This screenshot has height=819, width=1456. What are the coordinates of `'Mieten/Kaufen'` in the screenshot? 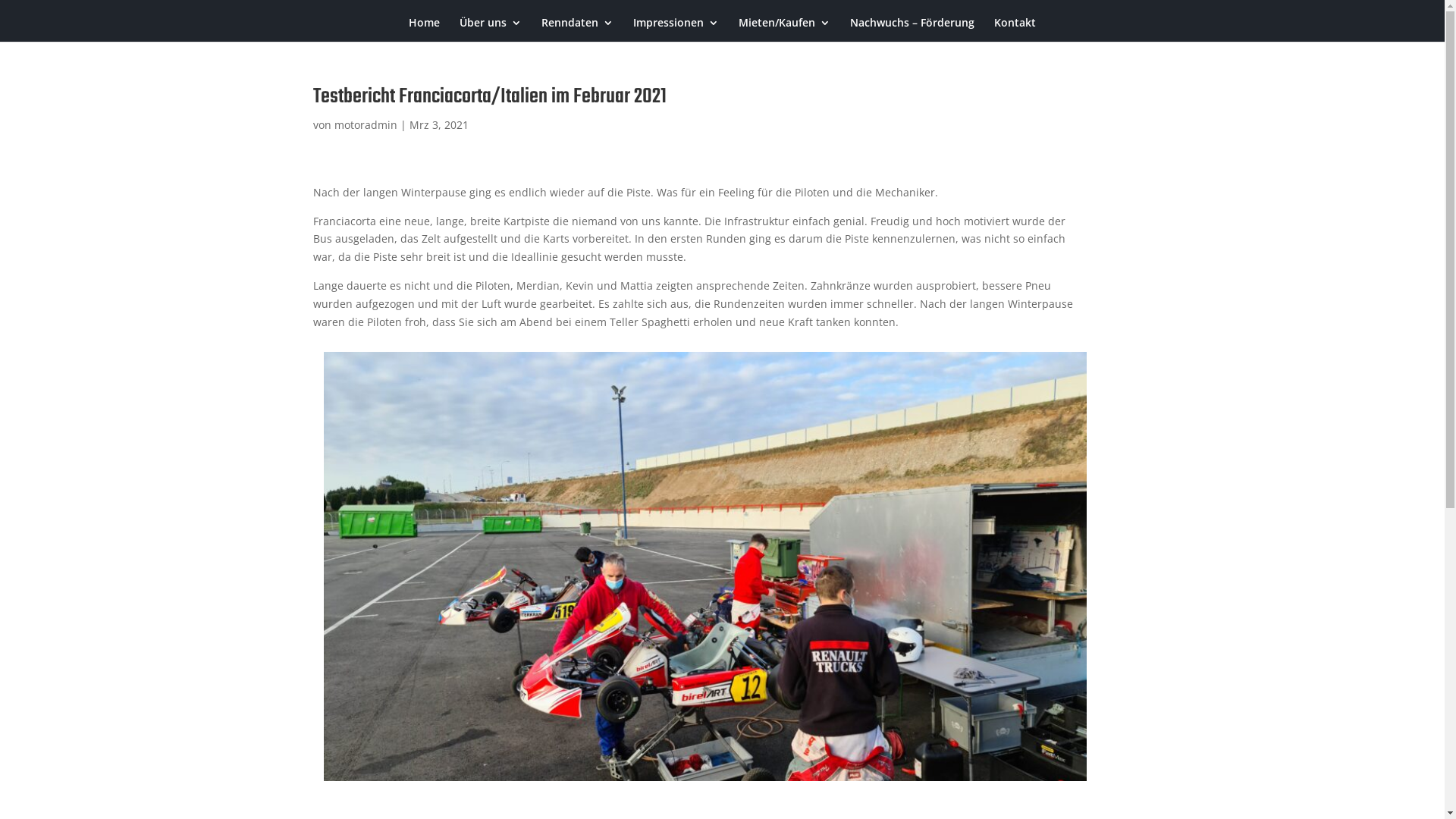 It's located at (784, 29).